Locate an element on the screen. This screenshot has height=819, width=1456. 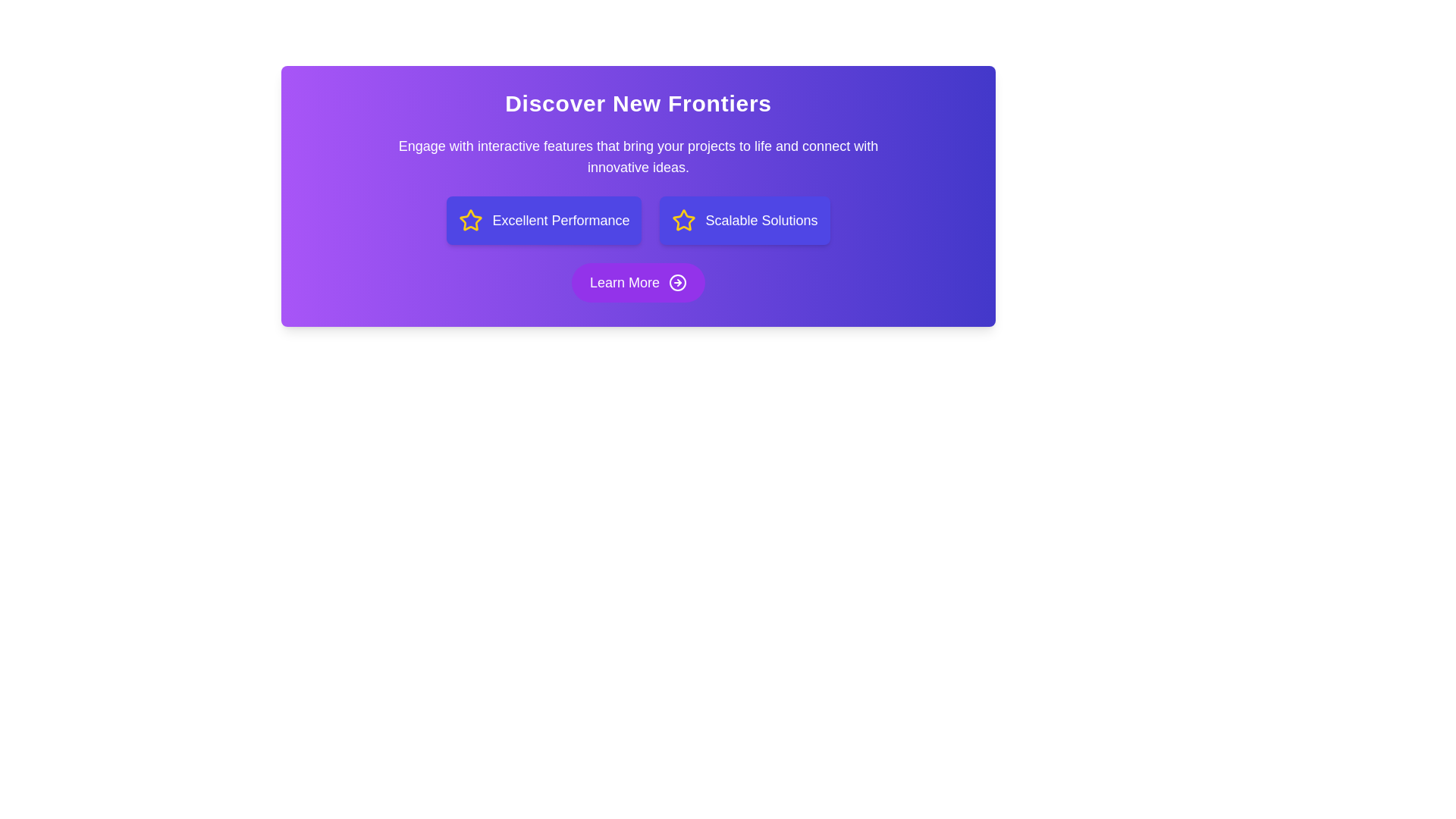
the star-shaped icon with a yellow fill and outline, located inside the blue card labeled 'Excellent Performance', positioned in the top-left corner of the two-card row beneath the heading 'Discover New Frontiers' is located at coordinates (470, 220).